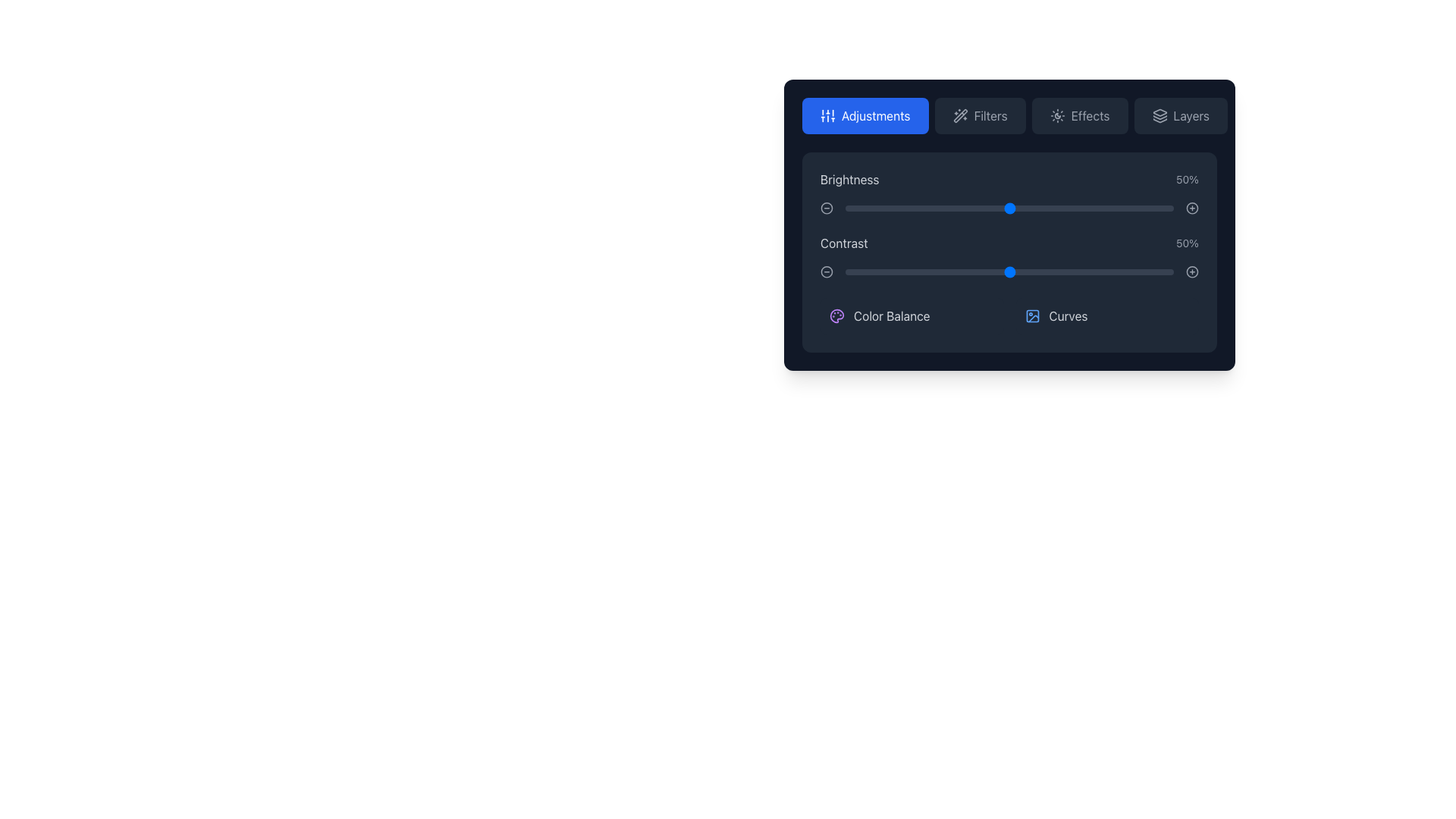  I want to click on the brightness-related settings icon located within the 'Effects' button at the middle-left side of the interface, so click(1056, 115).